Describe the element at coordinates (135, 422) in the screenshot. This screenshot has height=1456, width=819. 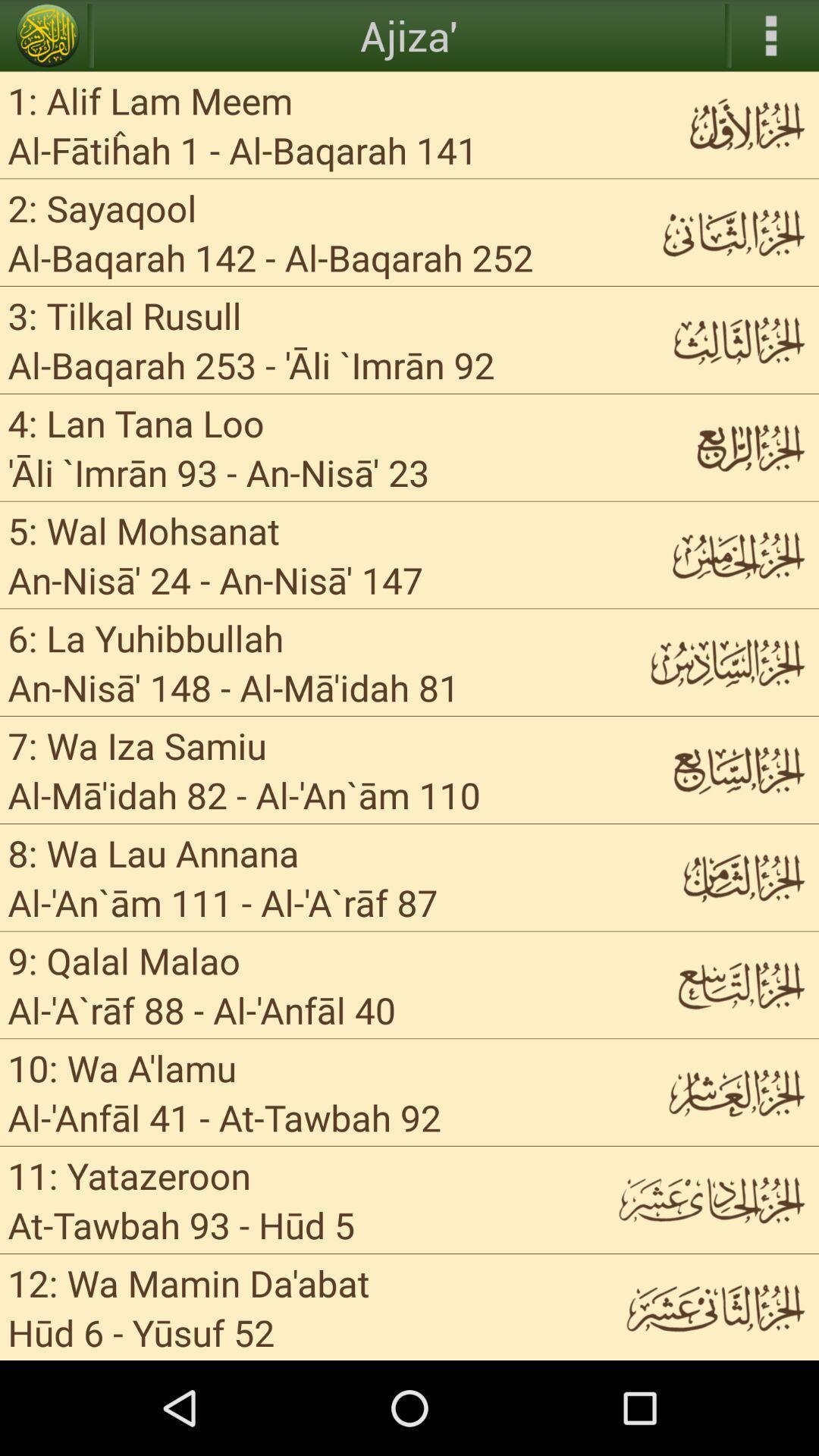
I see `the icon below al baqarah 253 app` at that location.